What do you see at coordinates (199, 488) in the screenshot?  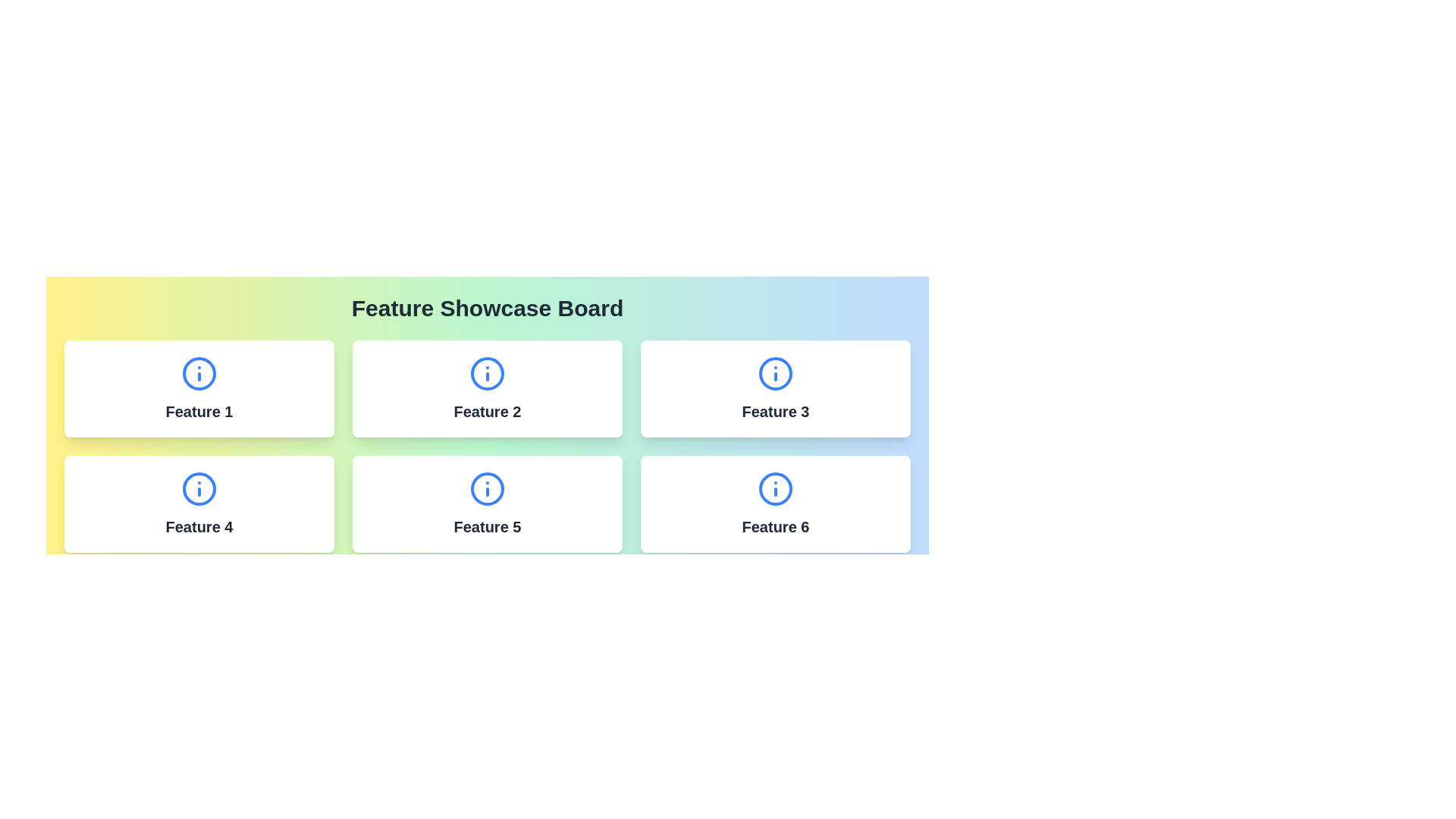 I see `the information icon representing 'Feature 4', which is located in the first feature box of the second row in a 2 x 3 grid layout` at bounding box center [199, 488].